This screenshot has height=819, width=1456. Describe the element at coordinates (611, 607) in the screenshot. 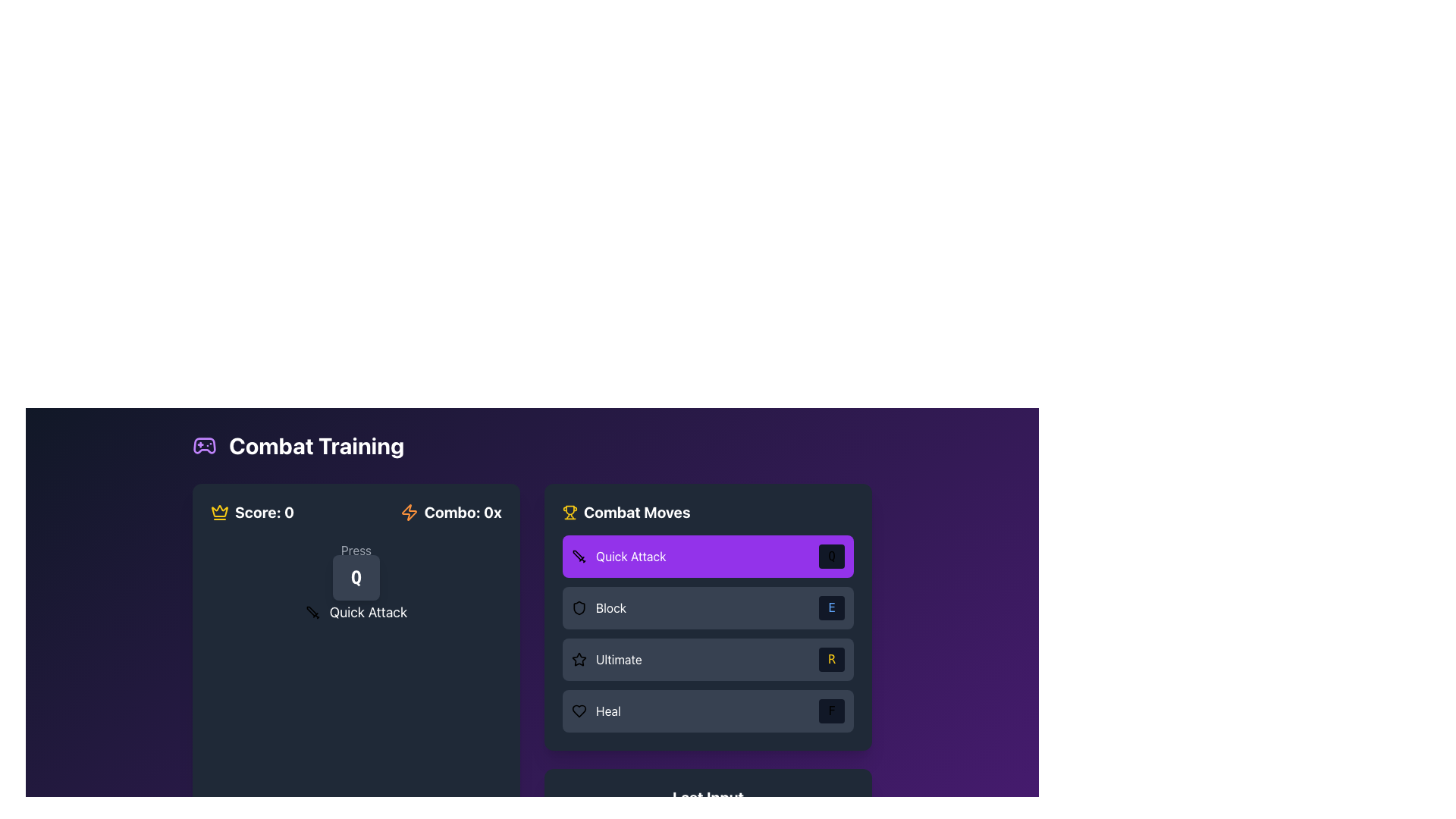

I see `the 'Block' text label` at that location.